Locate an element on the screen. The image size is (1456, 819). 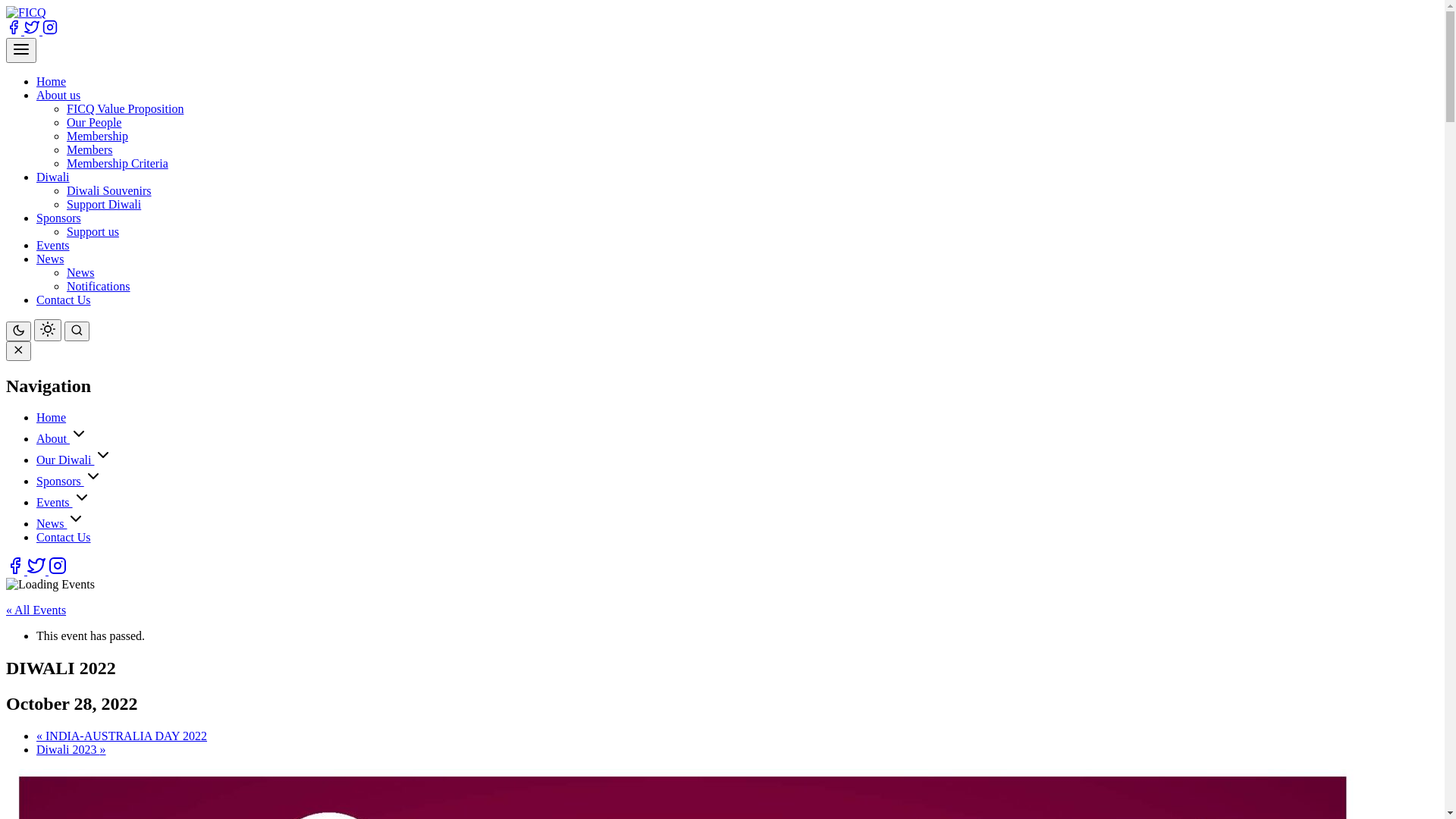
'Sponsors' is located at coordinates (58, 218).